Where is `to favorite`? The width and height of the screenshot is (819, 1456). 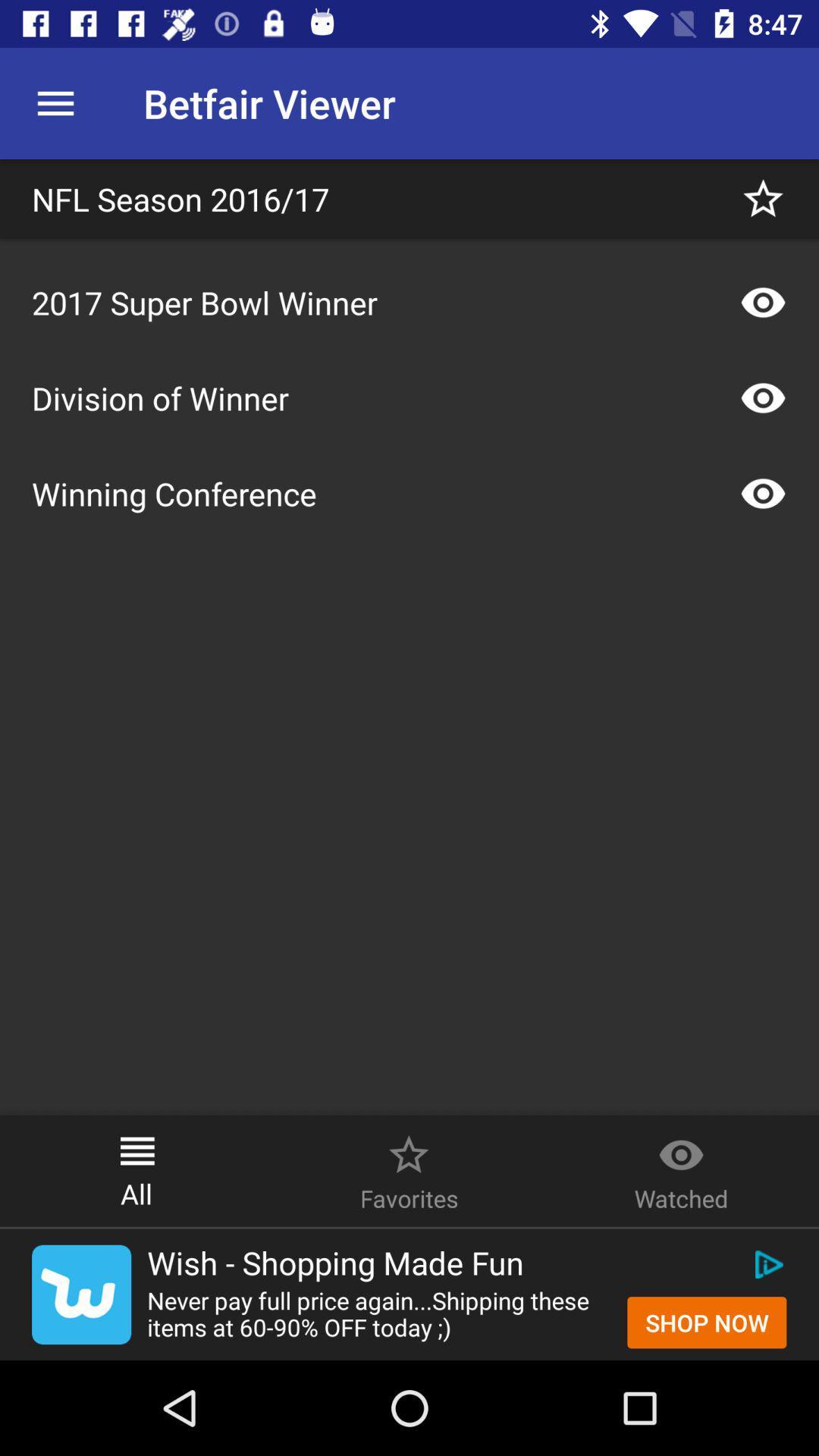 to favorite is located at coordinates (763, 198).